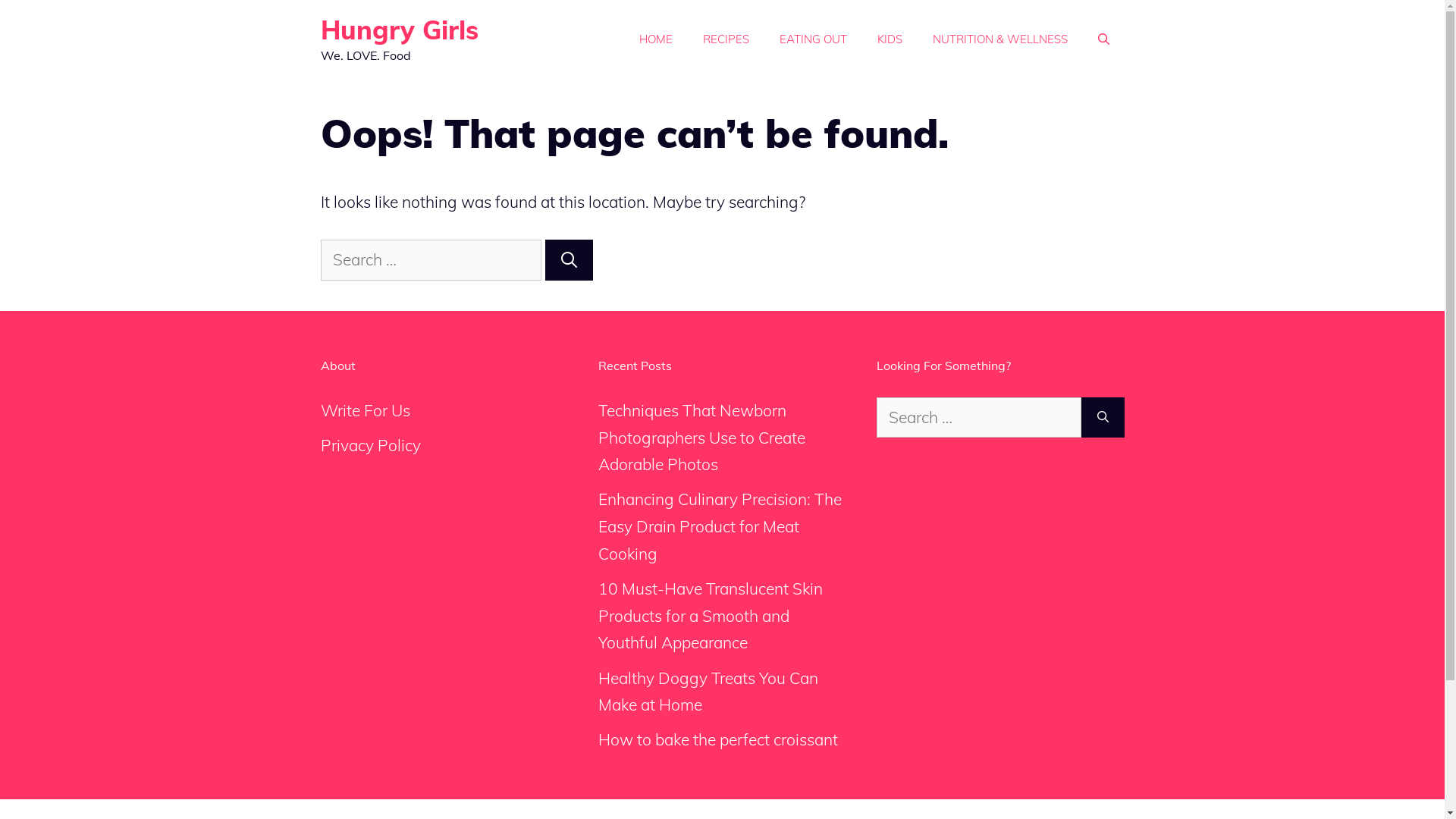 The height and width of the screenshot is (819, 1456). I want to click on 'HOME', so click(655, 38).